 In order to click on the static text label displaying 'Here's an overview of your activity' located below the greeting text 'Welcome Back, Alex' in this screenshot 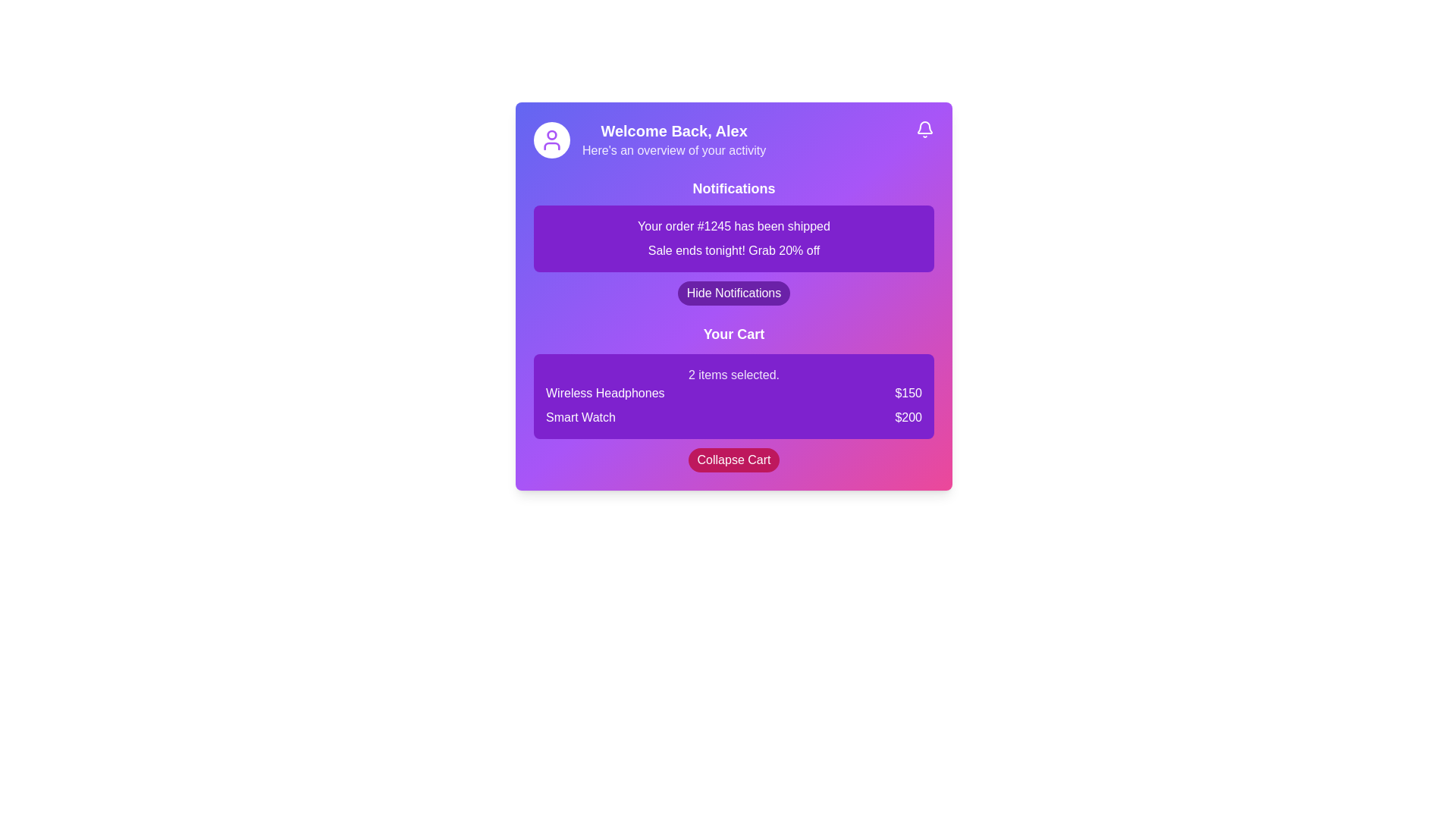, I will do `click(673, 151)`.